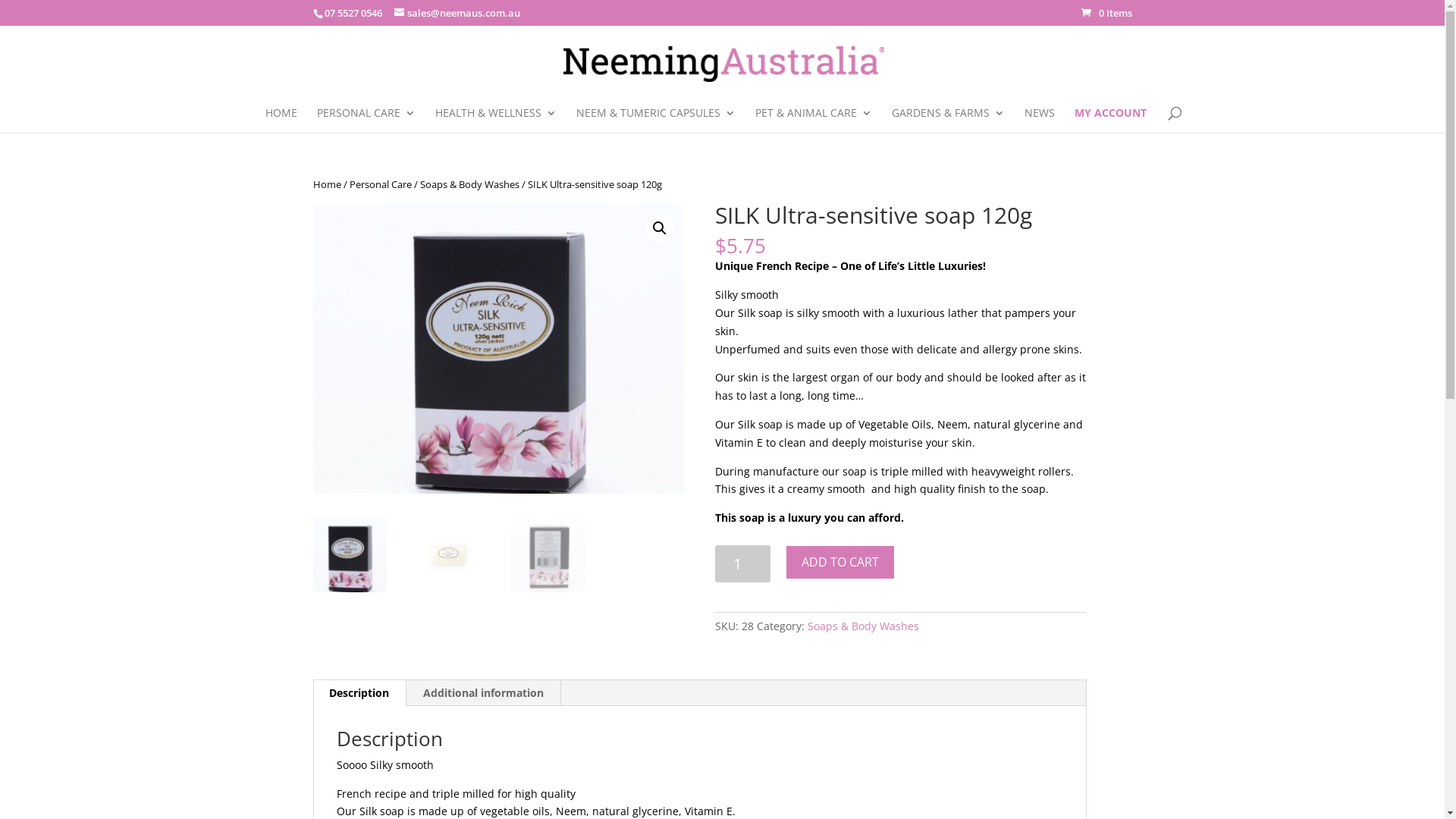 The height and width of the screenshot is (819, 1456). What do you see at coordinates (1106, 12) in the screenshot?
I see `'0 Items'` at bounding box center [1106, 12].